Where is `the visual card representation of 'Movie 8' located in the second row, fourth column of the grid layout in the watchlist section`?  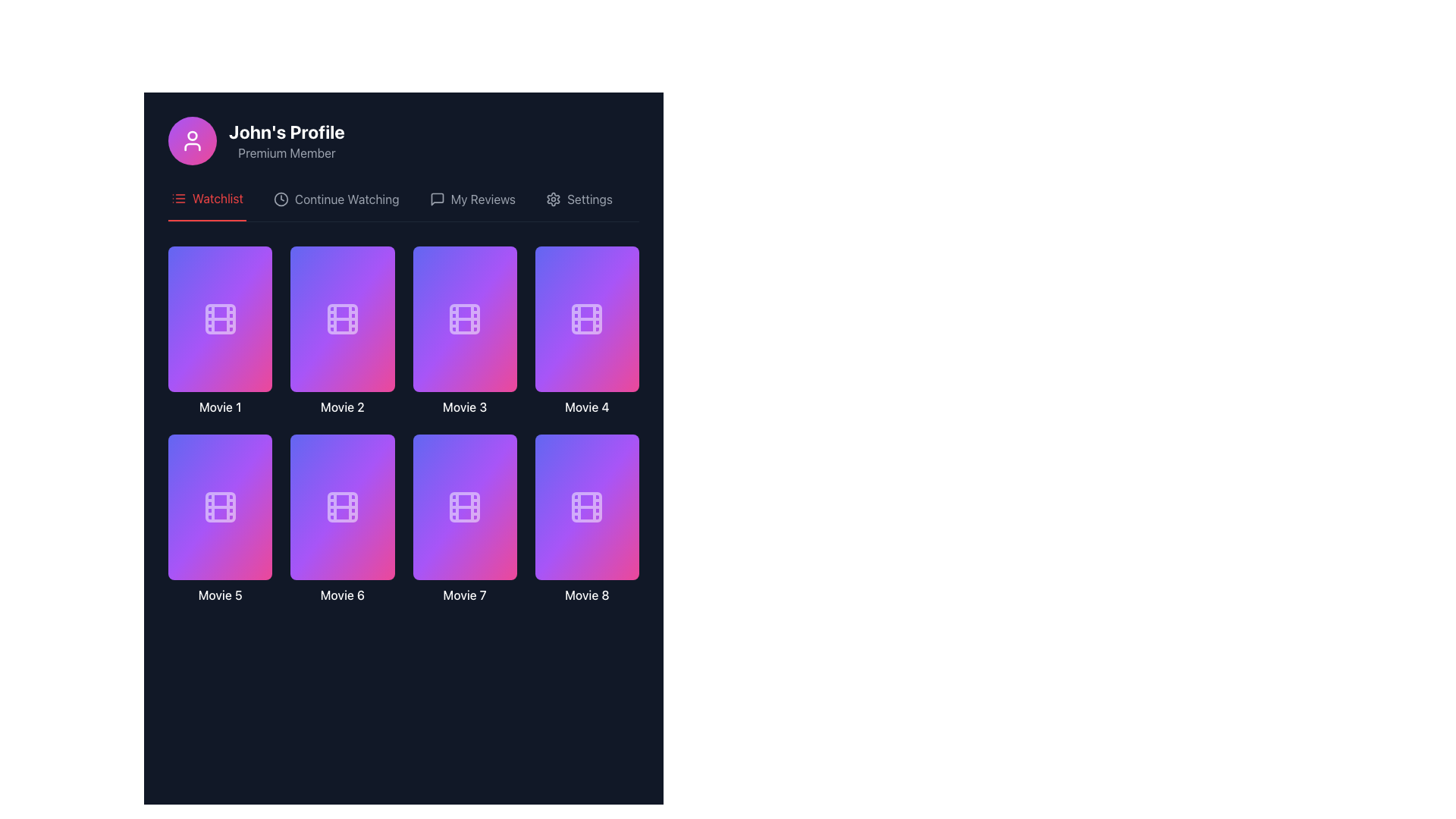
the visual card representation of 'Movie 8' located in the second row, fourth column of the grid layout in the watchlist section is located at coordinates (586, 507).